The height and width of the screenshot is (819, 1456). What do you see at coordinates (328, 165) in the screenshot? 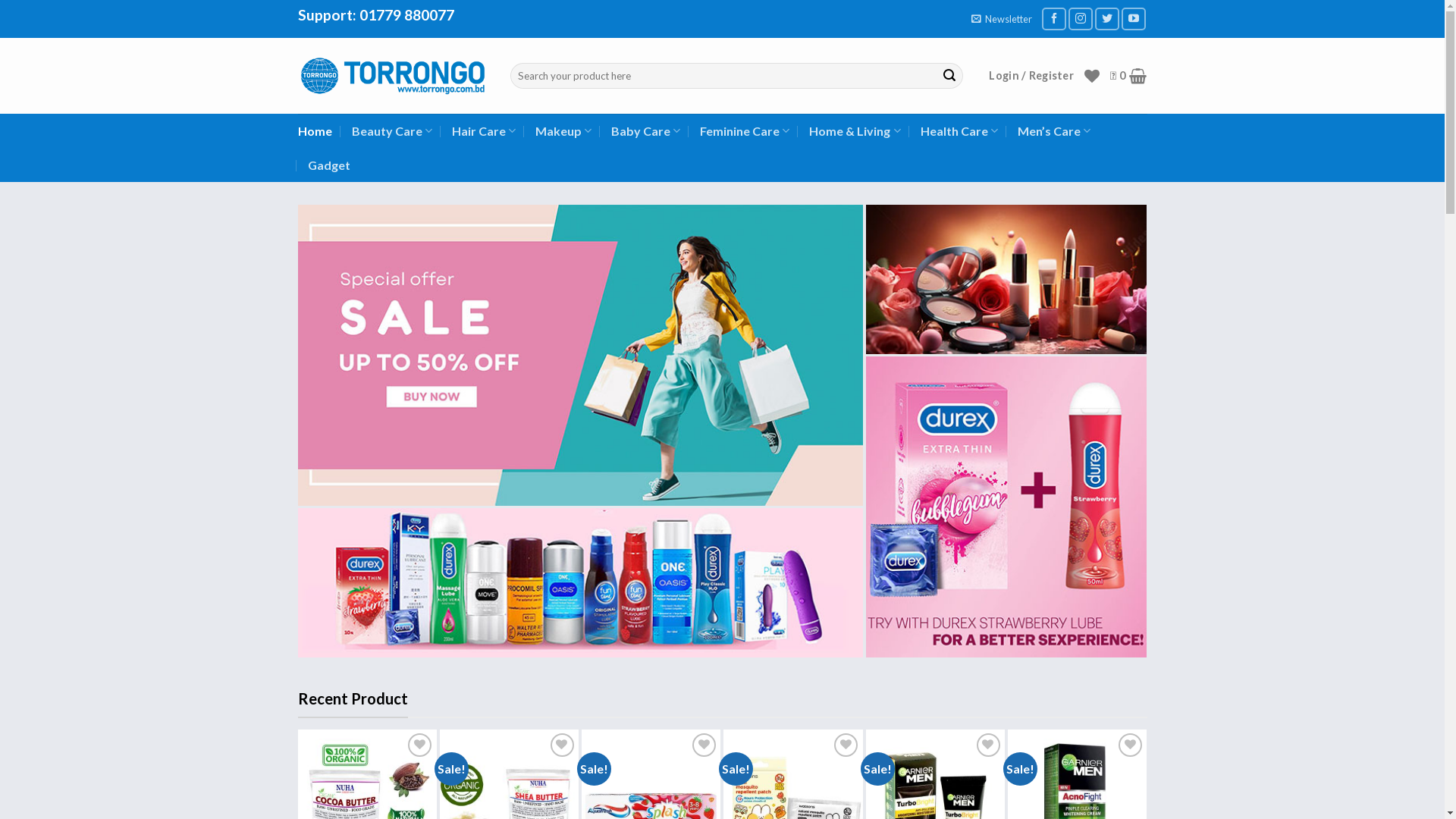
I see `'Gadget'` at bounding box center [328, 165].